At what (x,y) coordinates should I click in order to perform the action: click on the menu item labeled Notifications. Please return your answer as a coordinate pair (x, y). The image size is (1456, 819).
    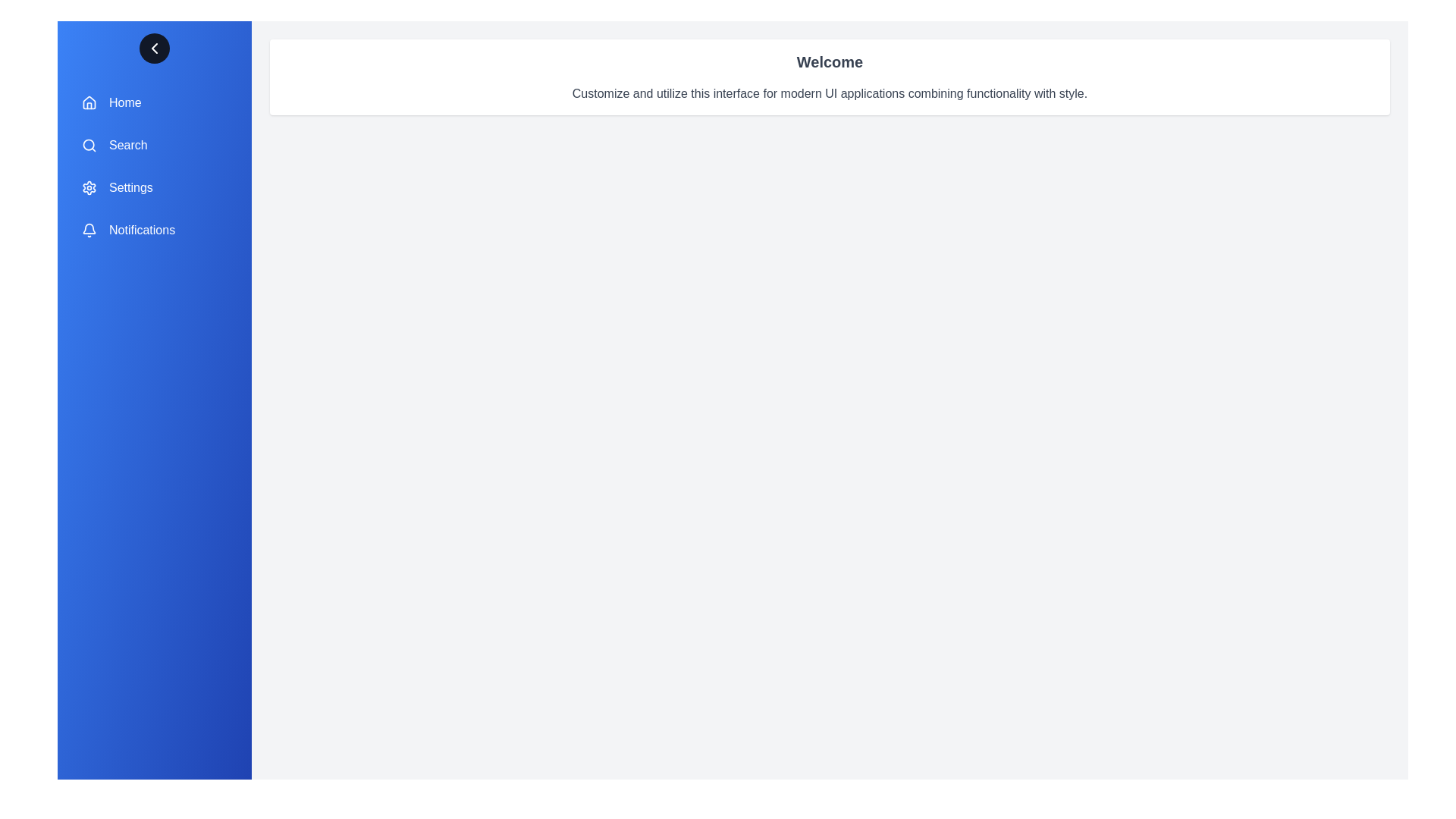
    Looking at the image, I should click on (154, 231).